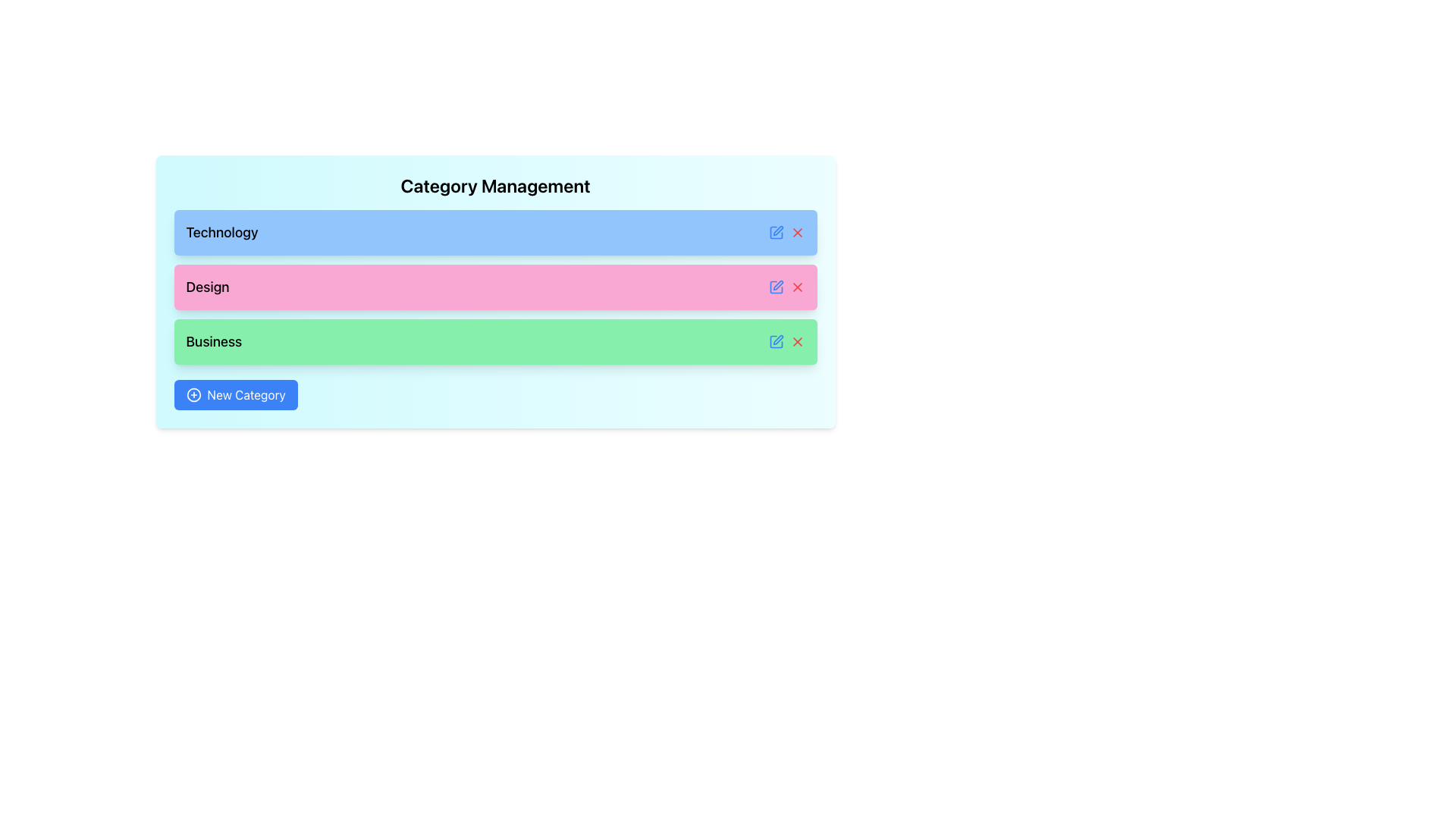  I want to click on the edit icon button located to the left of the delete 'X' icon in the 'Business' row to initiate editing, so click(778, 339).